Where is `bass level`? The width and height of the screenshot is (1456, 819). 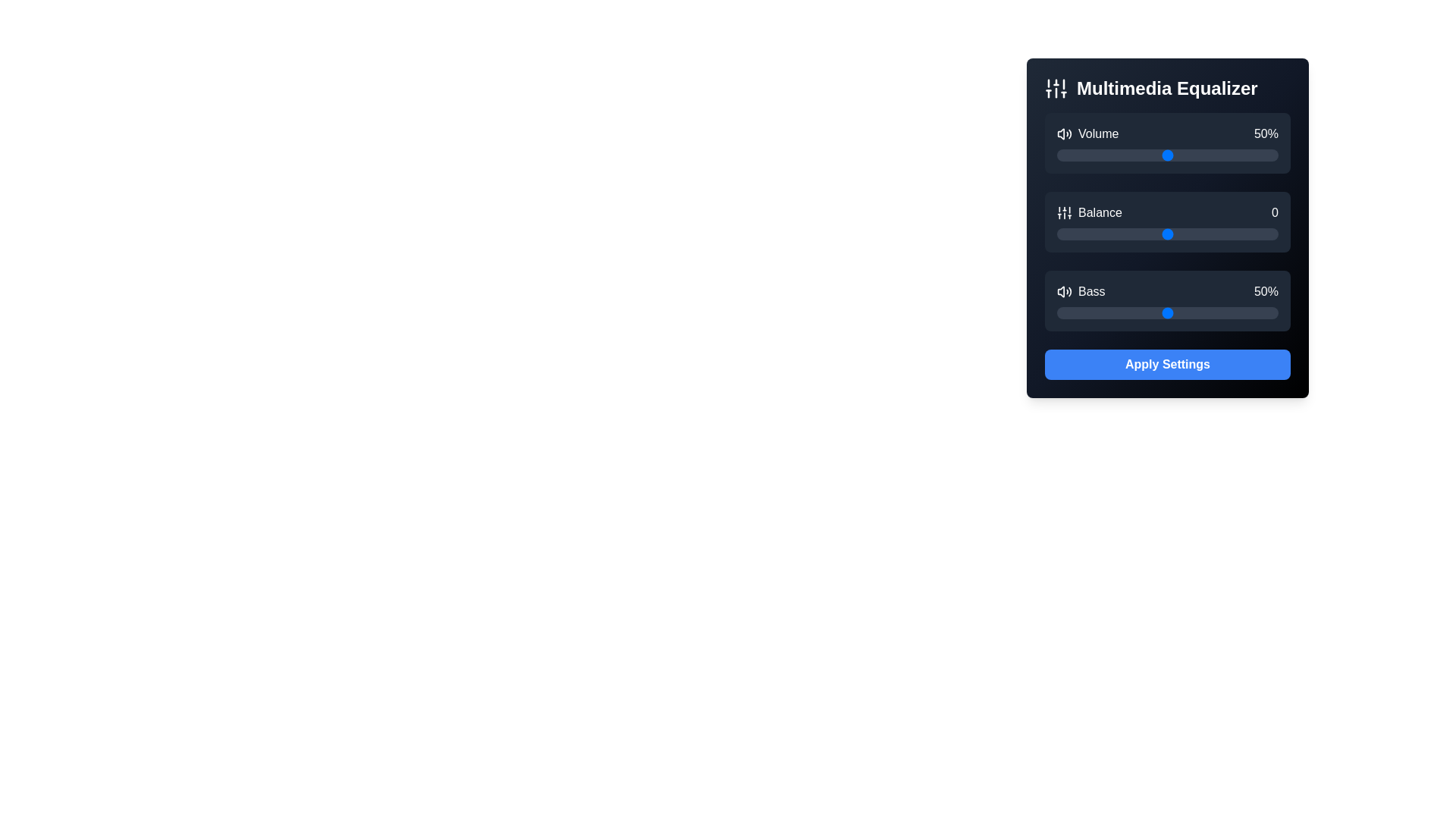 bass level is located at coordinates (1202, 312).